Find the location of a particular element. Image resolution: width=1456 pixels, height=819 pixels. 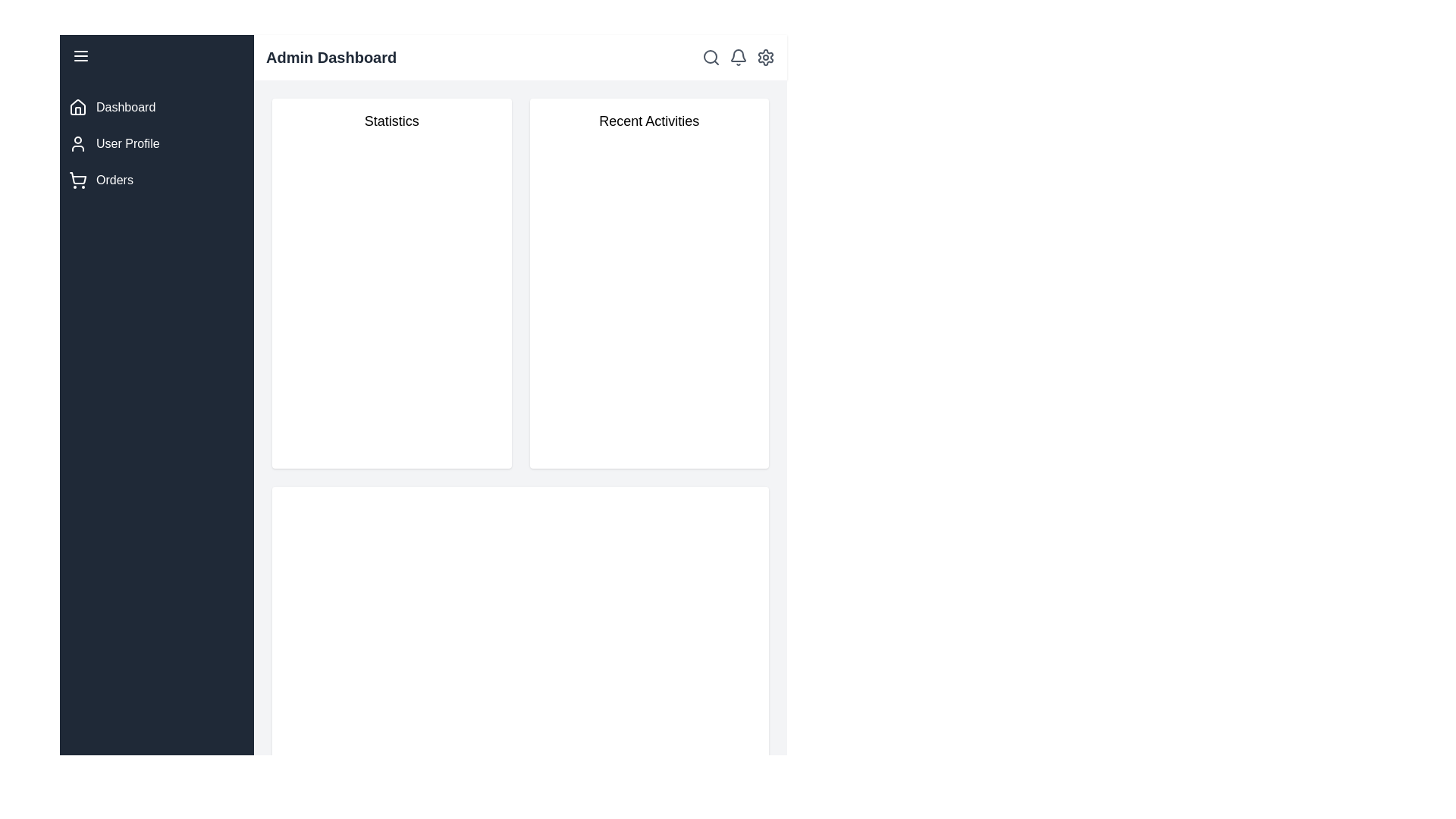

the gray bell icon located in the header bar, which is the middle icon in a row of three is located at coordinates (739, 57).